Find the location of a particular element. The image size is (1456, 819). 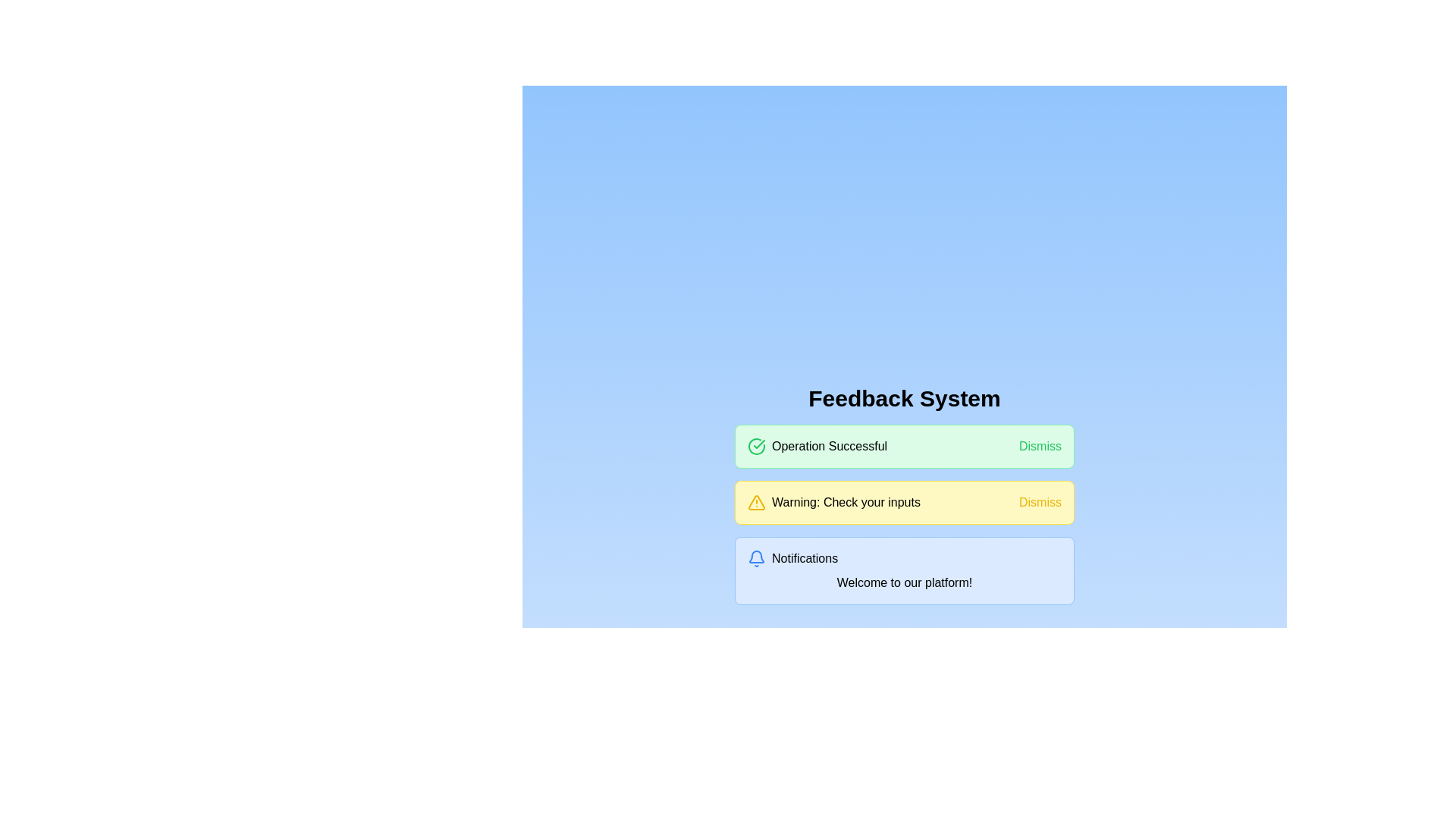

the static text label that provides a warning notification saying 'Check your inputs', positioned in the middle of the yellow notification banner is located at coordinates (845, 503).